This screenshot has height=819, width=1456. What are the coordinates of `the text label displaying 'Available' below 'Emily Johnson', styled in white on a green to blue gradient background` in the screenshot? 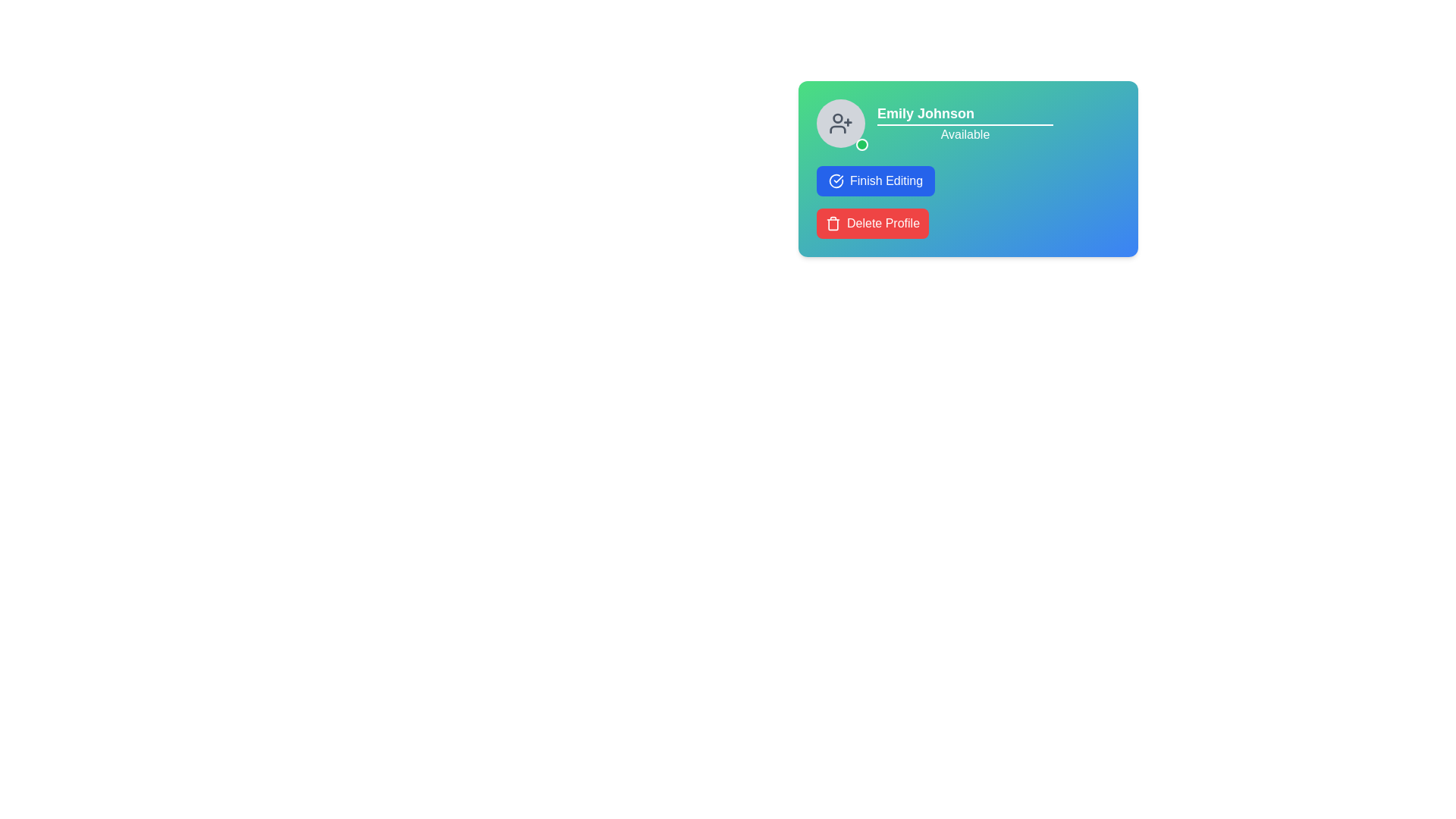 It's located at (967, 122).